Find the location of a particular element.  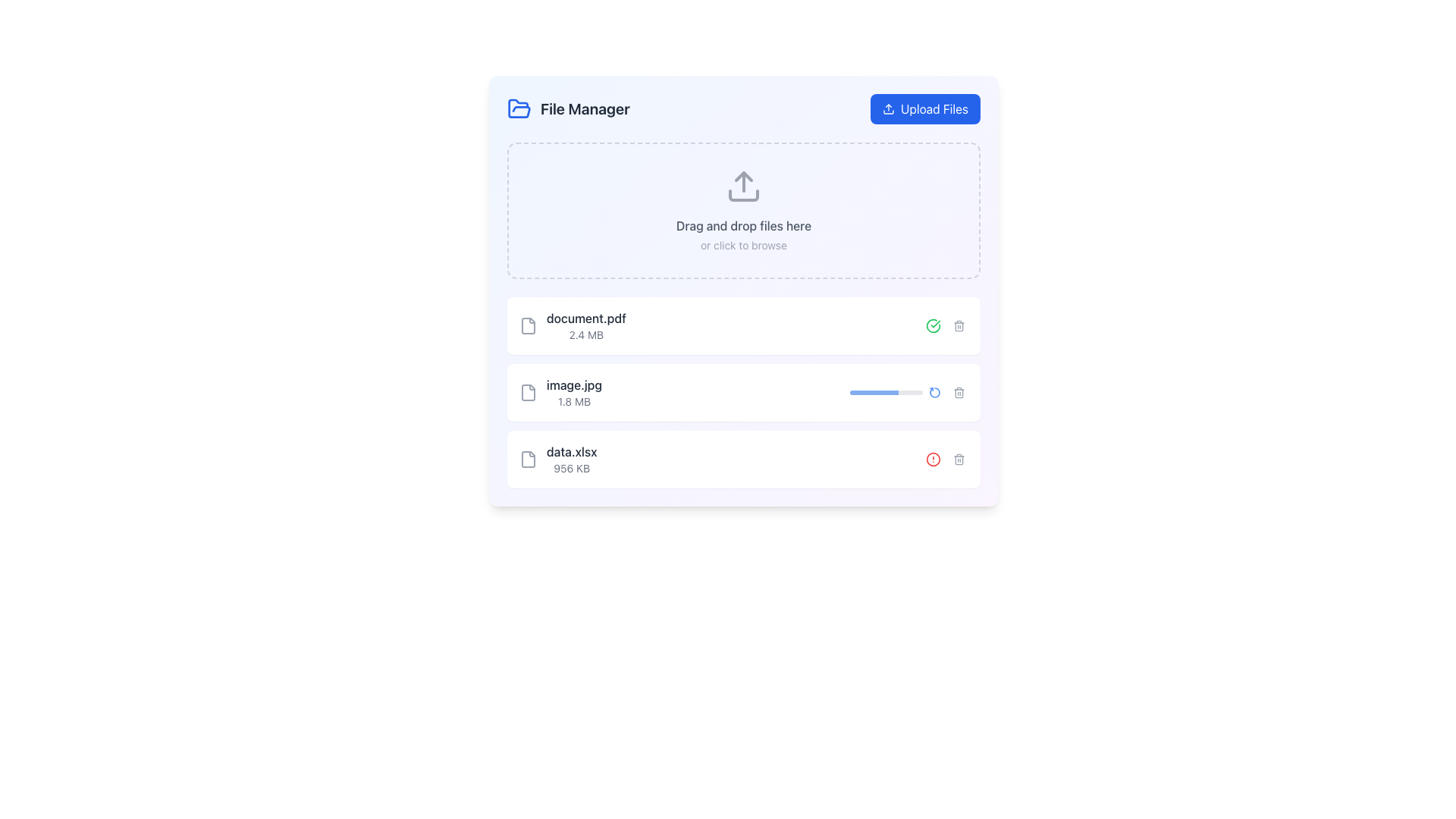

the upward-pointing arrow icon in the upload area, which is styled in light gray and is part of a graphical upload icon is located at coordinates (743, 175).